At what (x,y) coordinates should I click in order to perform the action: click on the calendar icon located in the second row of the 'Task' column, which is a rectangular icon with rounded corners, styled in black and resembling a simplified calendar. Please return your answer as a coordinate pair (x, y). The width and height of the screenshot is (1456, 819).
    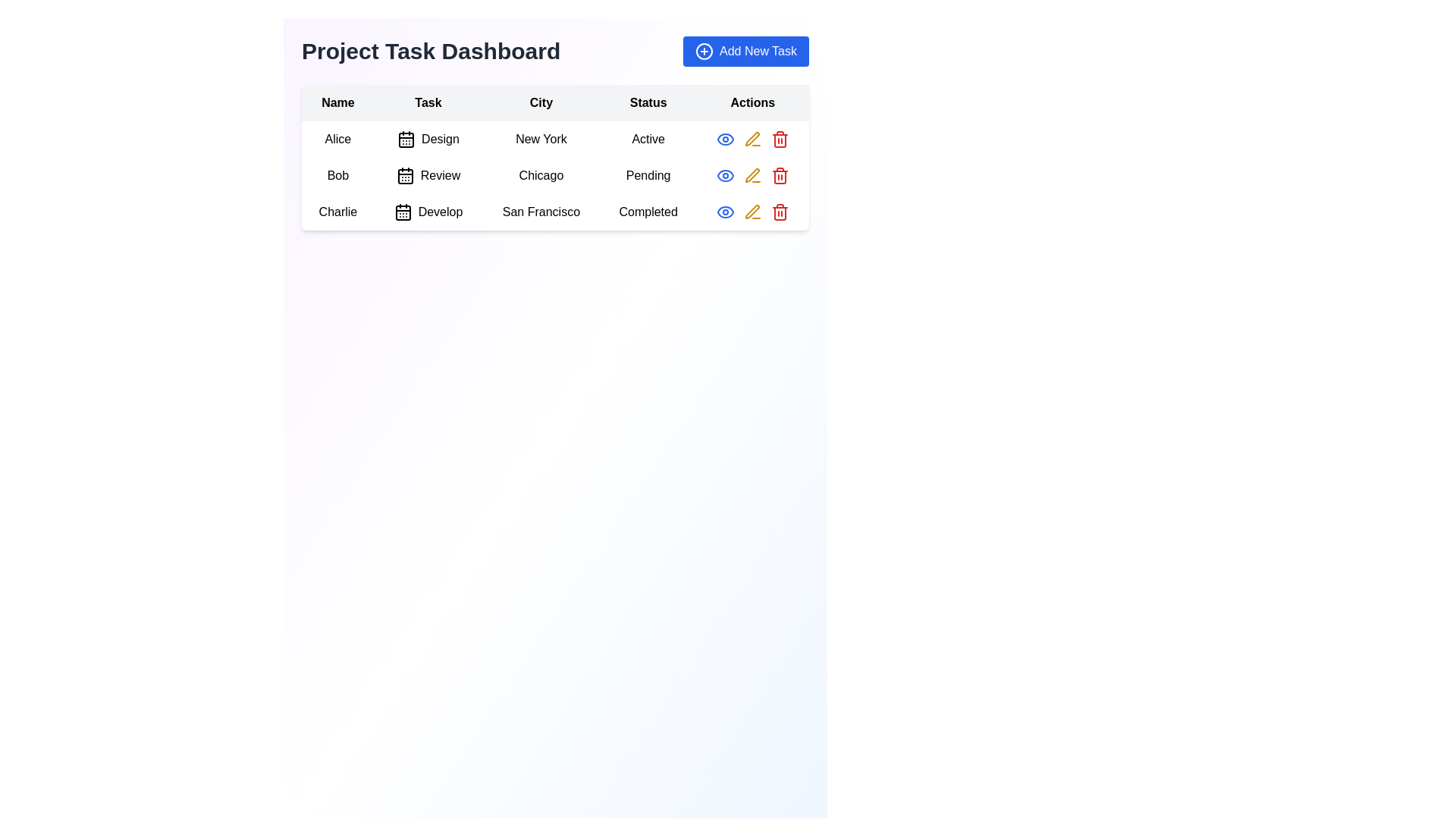
    Looking at the image, I should click on (405, 175).